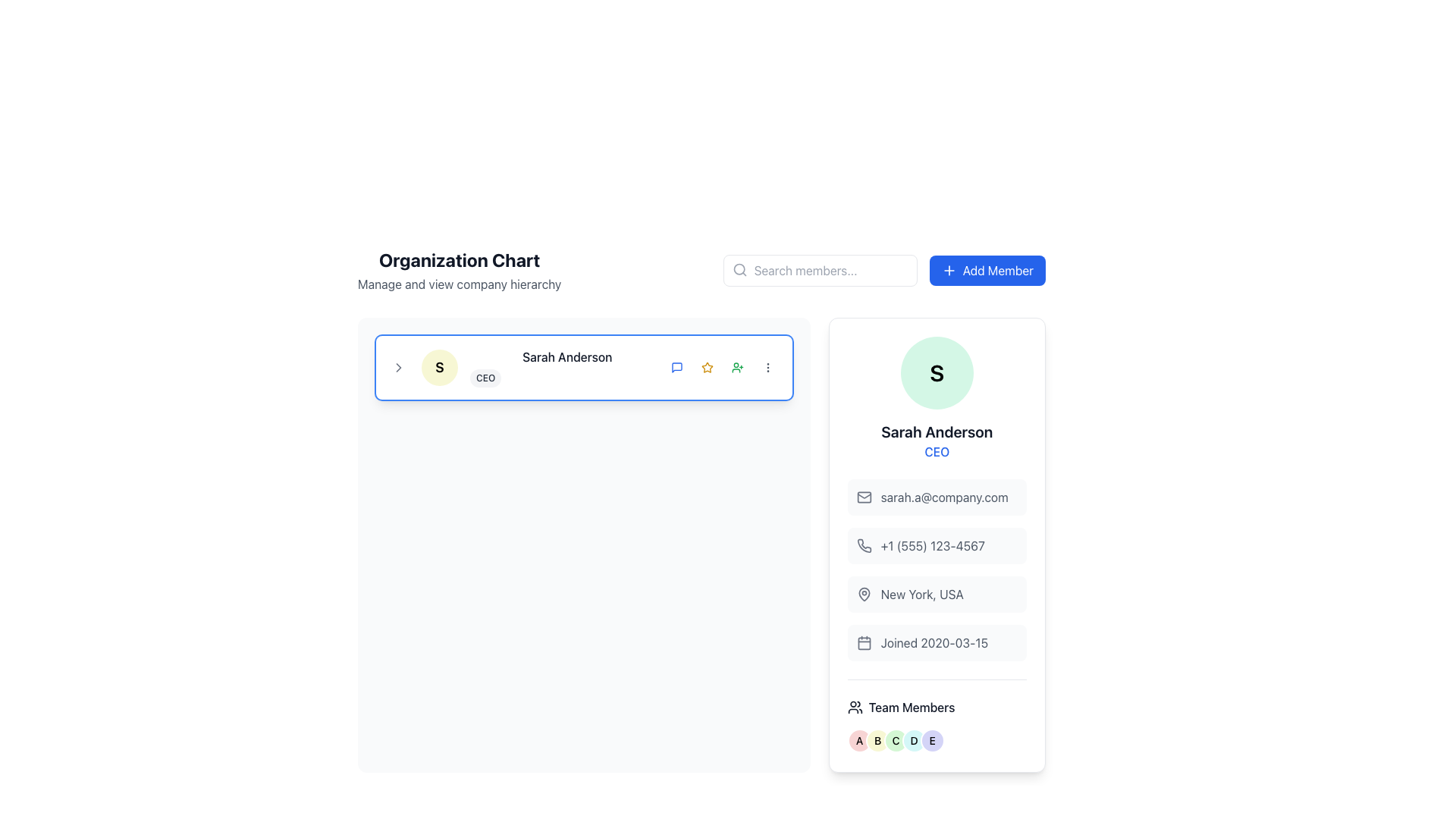  What do you see at coordinates (987, 270) in the screenshot?
I see `the 'Add Member' button with a blue background and '+' icon` at bounding box center [987, 270].